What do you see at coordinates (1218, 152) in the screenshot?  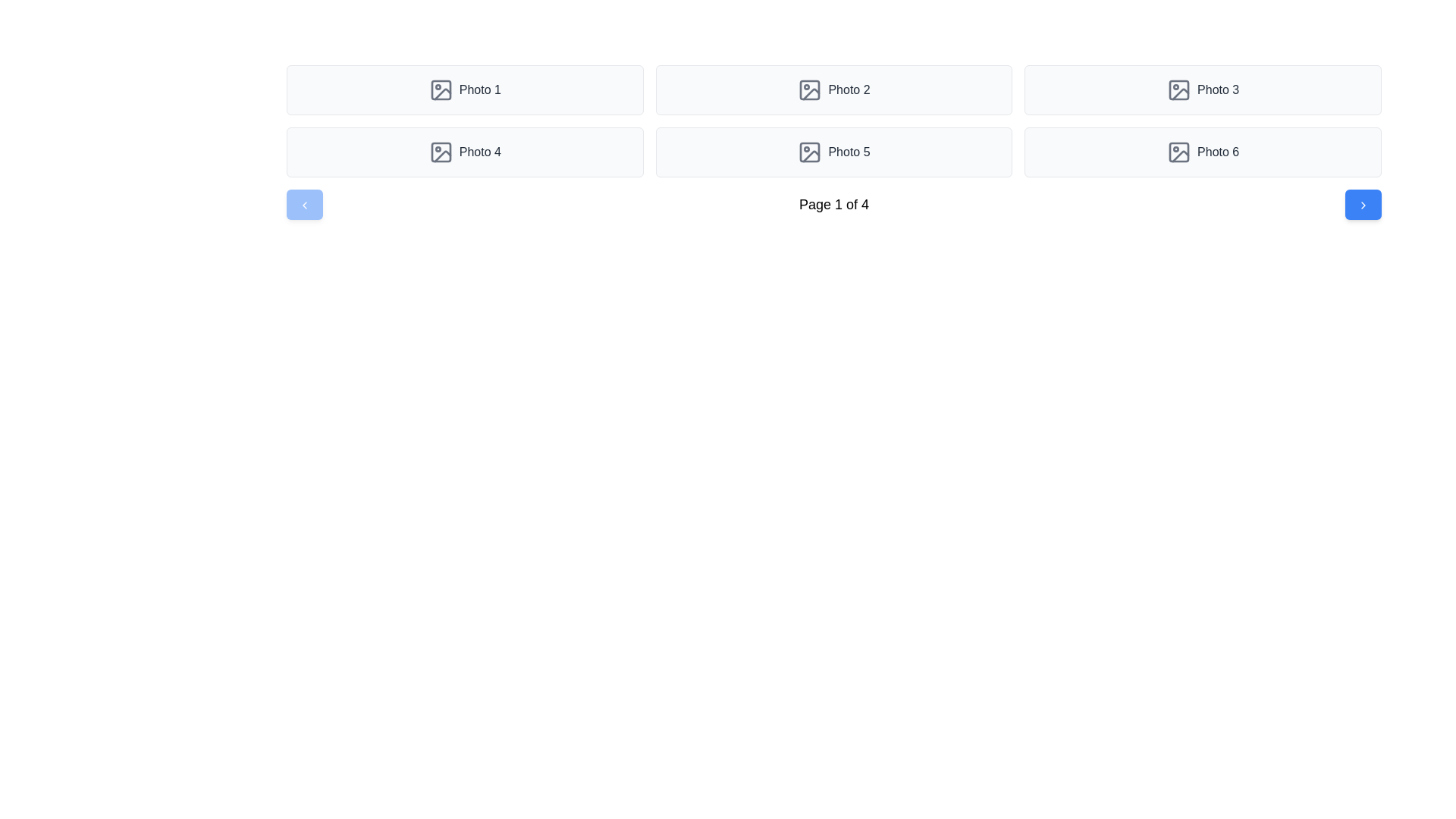 I see `the 'Photo 6' text label, which indicates the title or identifier of a photo item in the gallery, positioned at the bottom-right side of the grid` at bounding box center [1218, 152].